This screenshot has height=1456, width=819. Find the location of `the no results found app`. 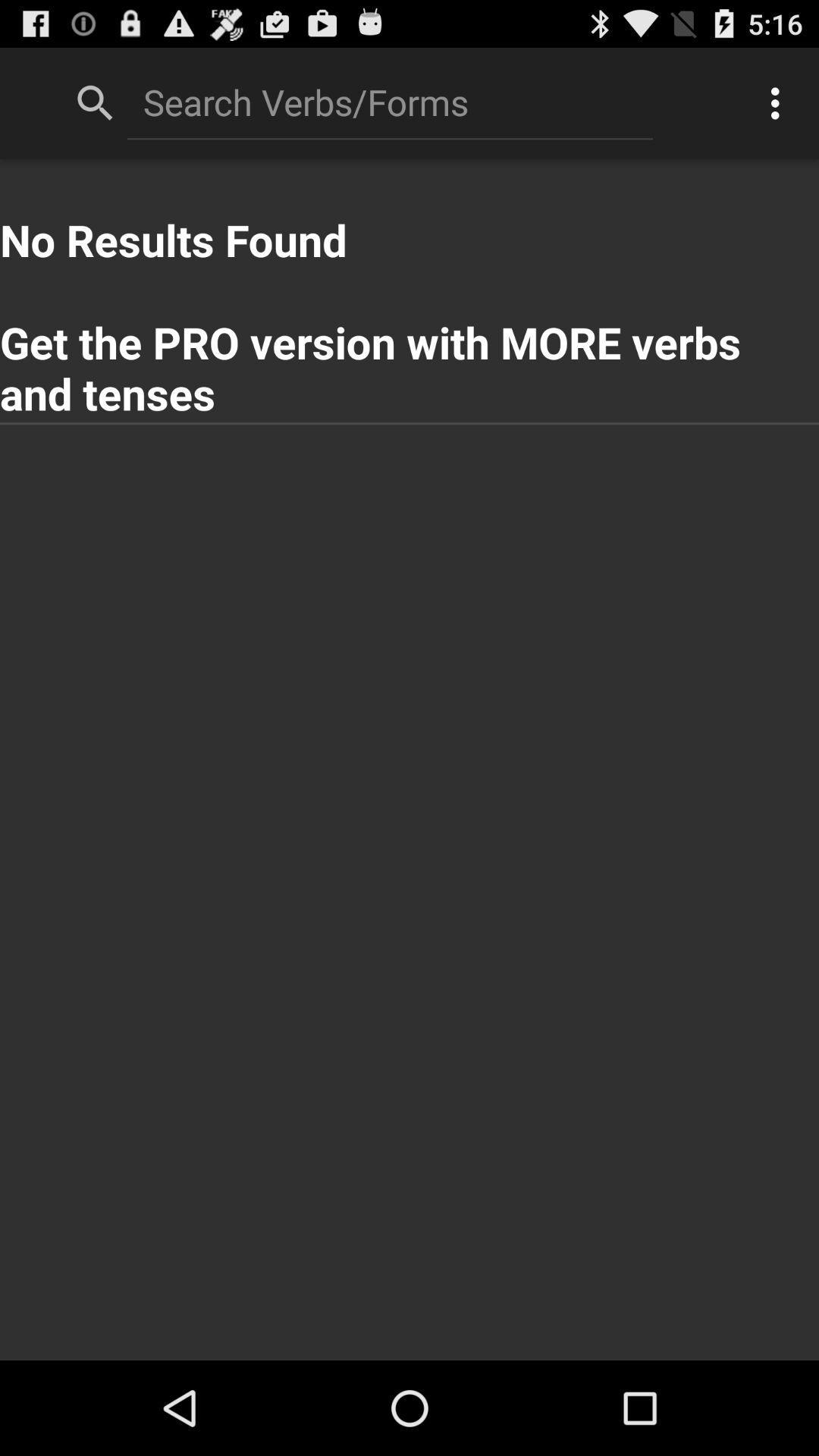

the no results found app is located at coordinates (409, 290).